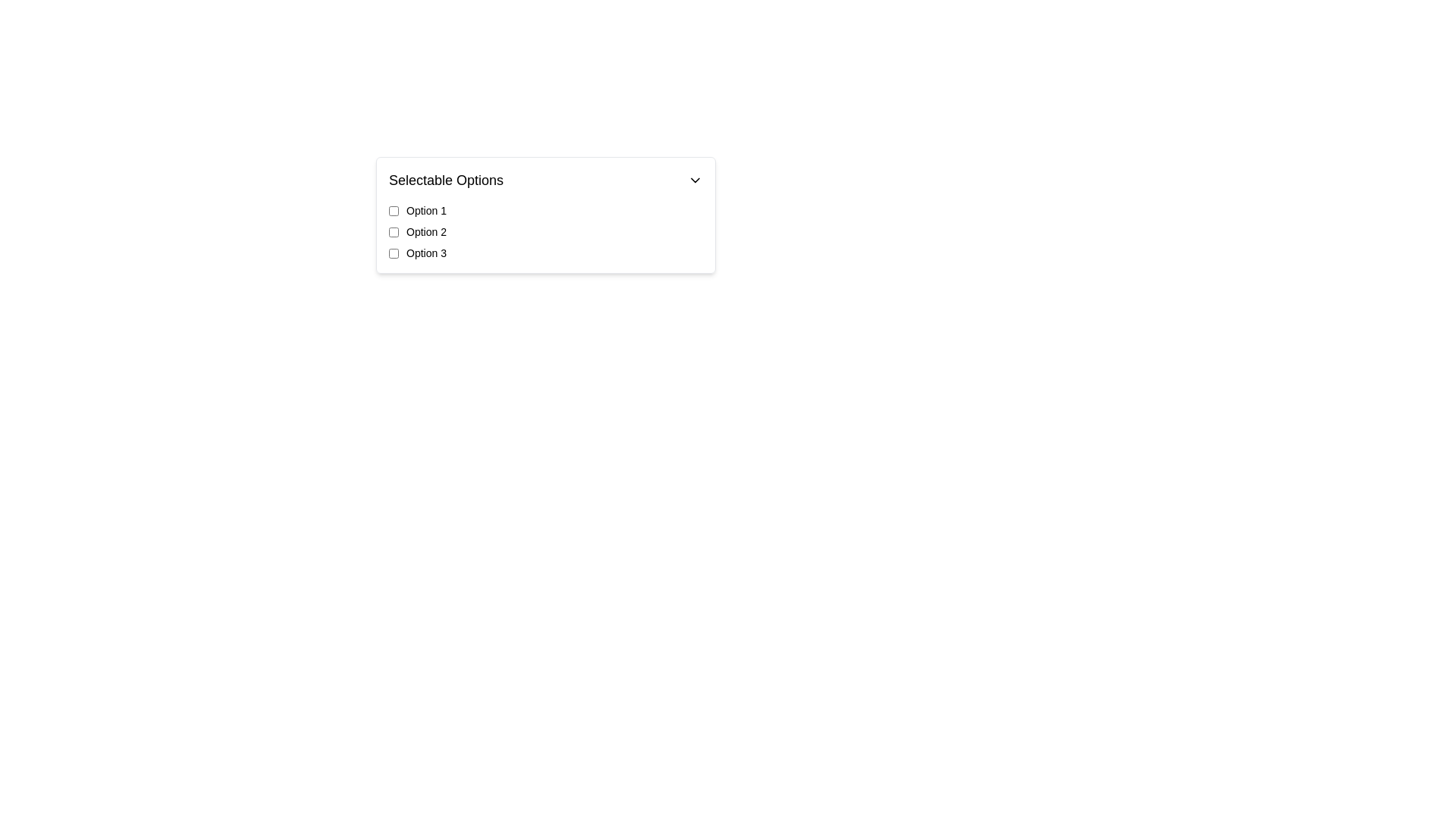 Image resolution: width=1456 pixels, height=819 pixels. Describe the element at coordinates (425, 253) in the screenshot. I see `the text label that says 'Option 3', which is the third text label in a list of selectable options under the header 'Selectable Options'` at that location.